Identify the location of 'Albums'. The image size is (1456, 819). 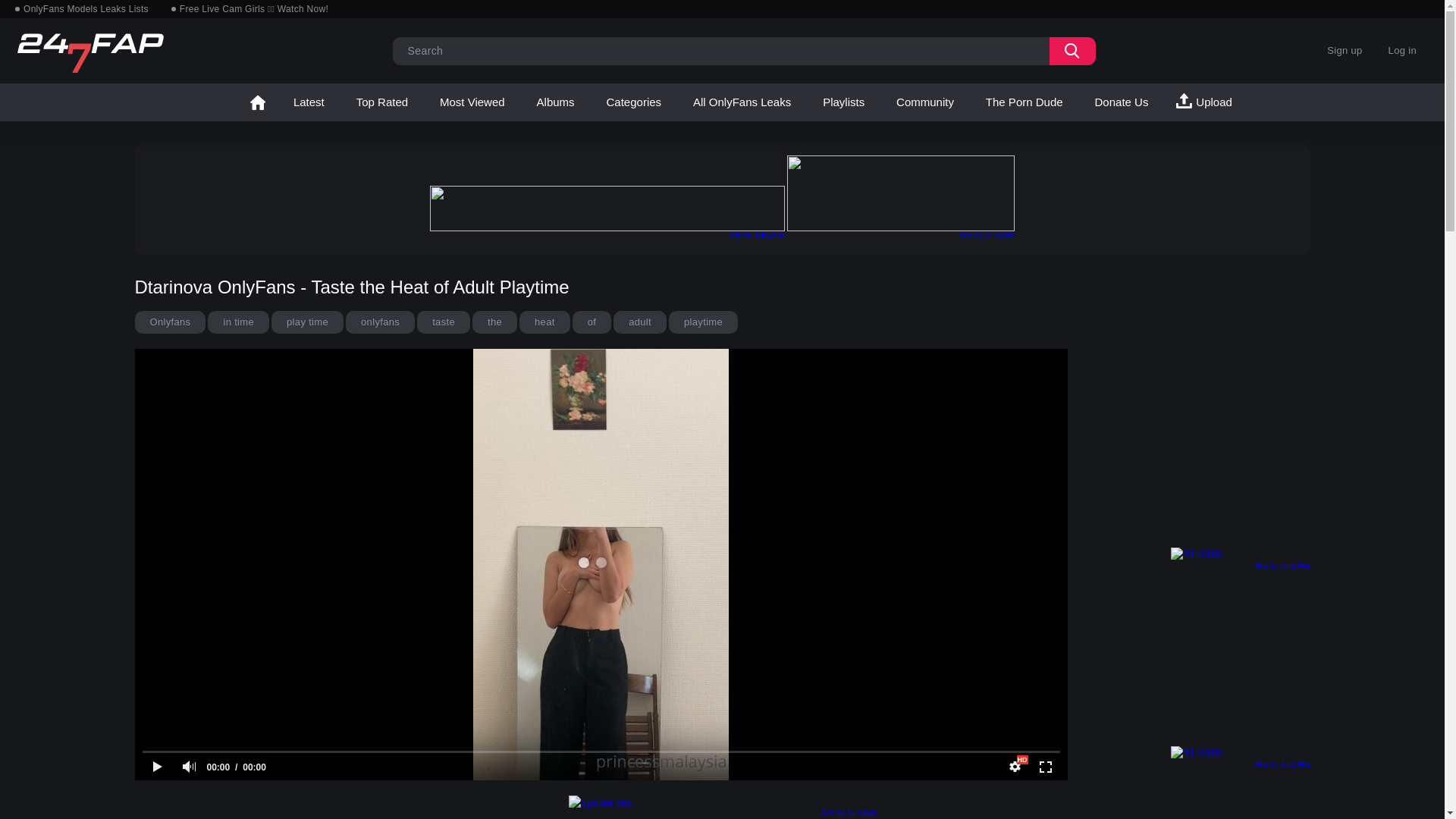
(555, 102).